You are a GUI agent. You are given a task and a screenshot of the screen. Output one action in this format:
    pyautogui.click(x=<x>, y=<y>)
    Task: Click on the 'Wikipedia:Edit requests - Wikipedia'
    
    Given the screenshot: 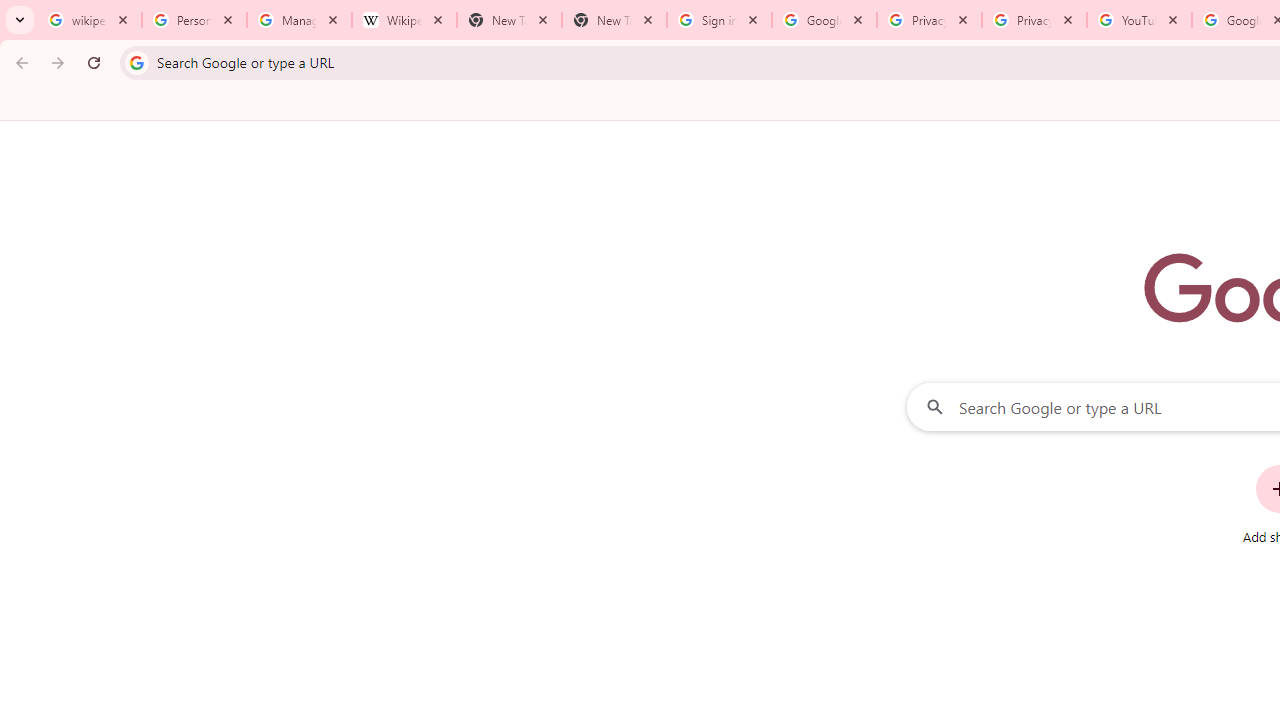 What is the action you would take?
    pyautogui.click(x=403, y=20)
    